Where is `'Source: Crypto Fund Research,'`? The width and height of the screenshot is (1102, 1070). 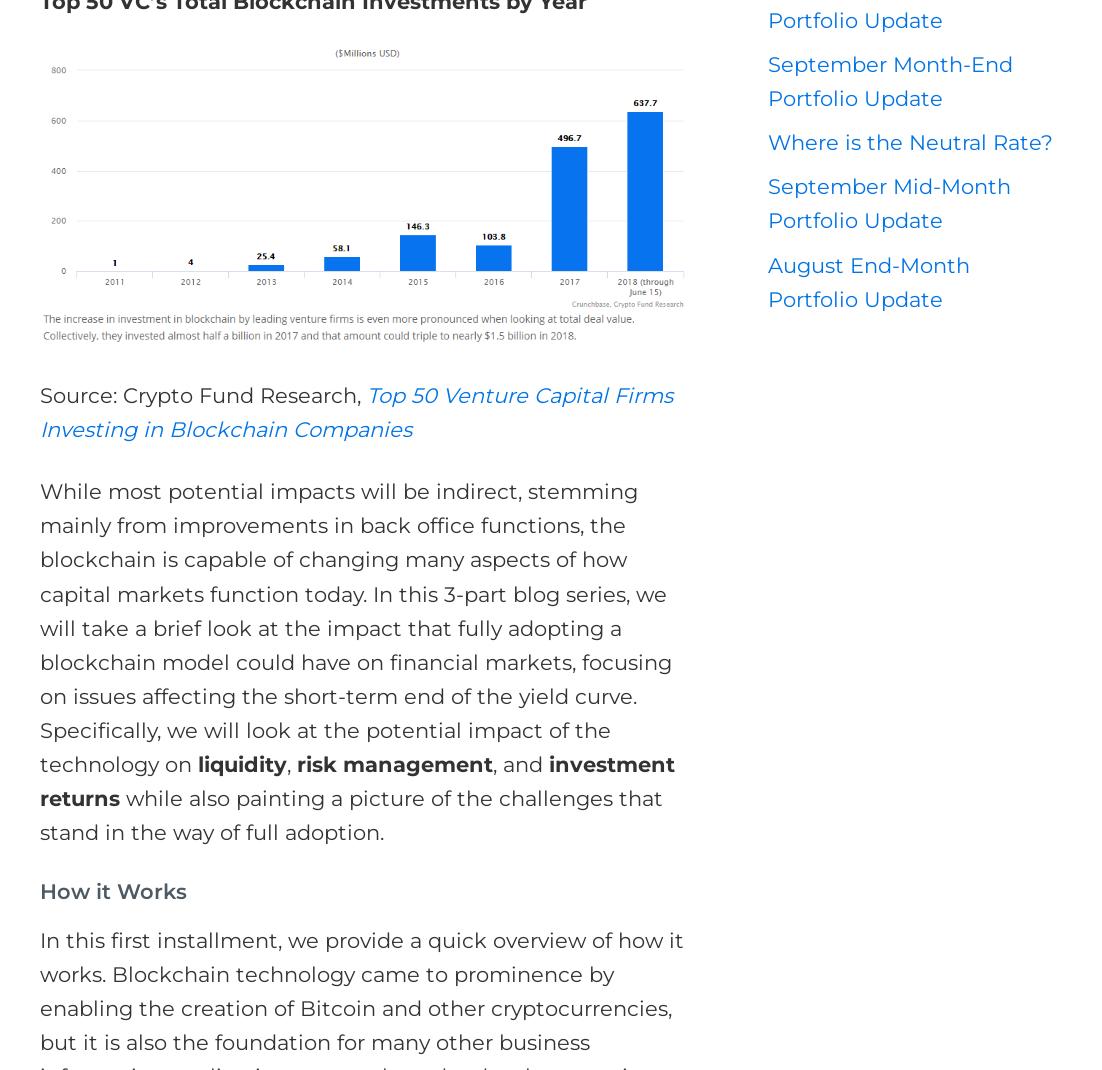
'Source: Crypto Fund Research,' is located at coordinates (203, 393).